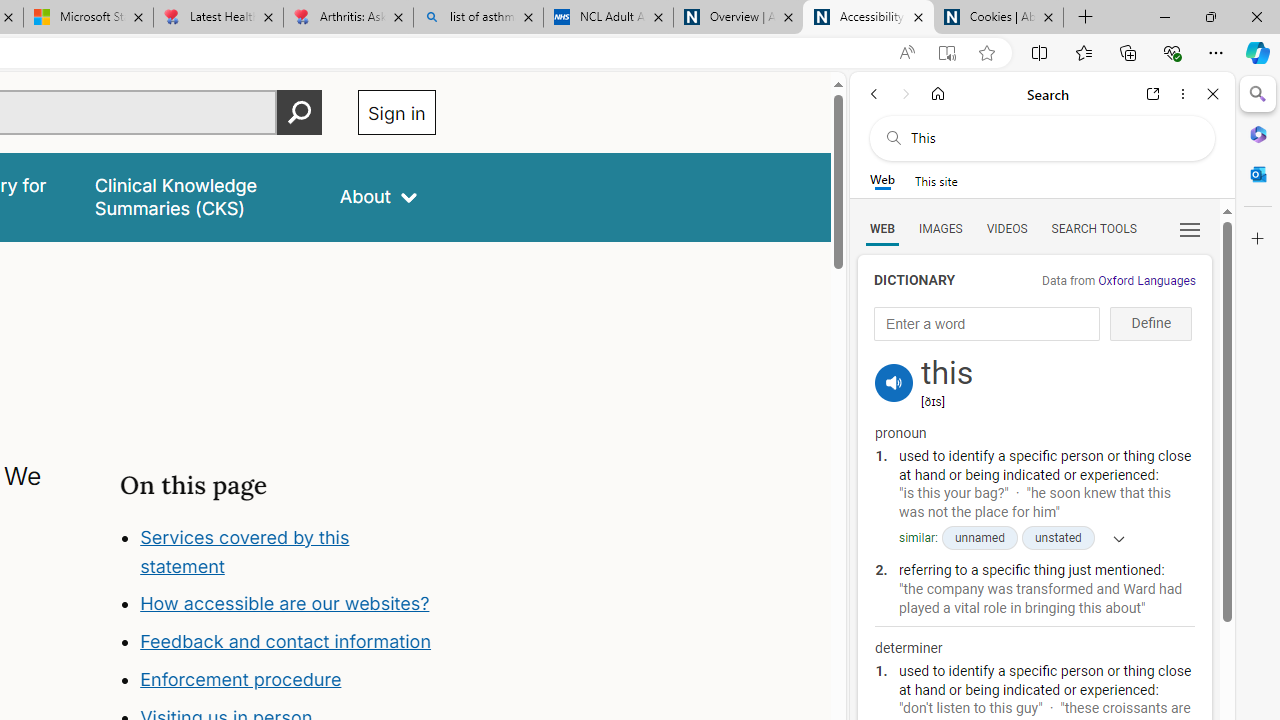 The width and height of the screenshot is (1280, 720). What do you see at coordinates (1146, 281) in the screenshot?
I see `'Oxford Languages'` at bounding box center [1146, 281].